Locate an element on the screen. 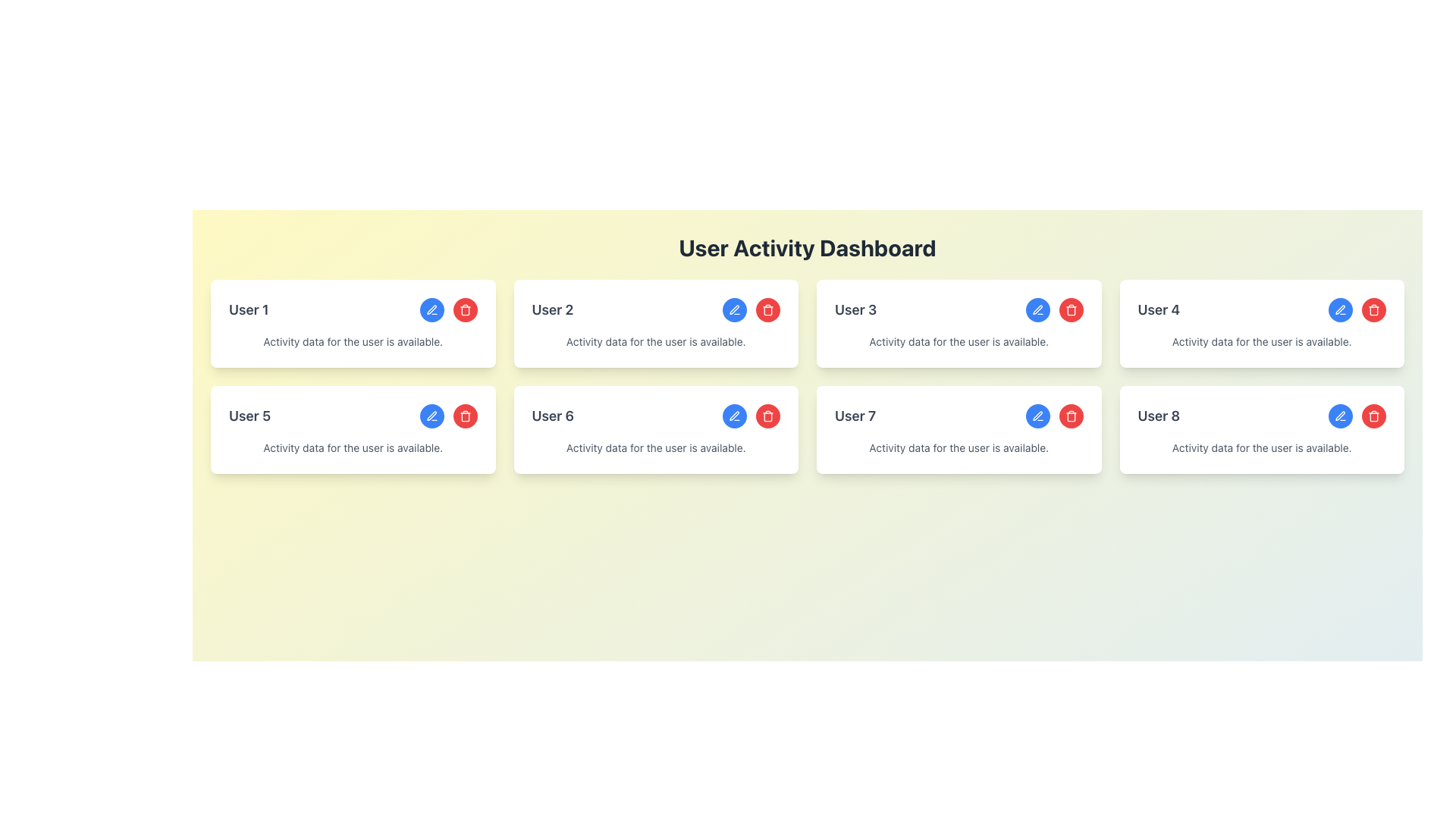 The width and height of the screenshot is (1456, 819). the action group located at the top-right corner of the 'User 2' card is located at coordinates (751, 309).